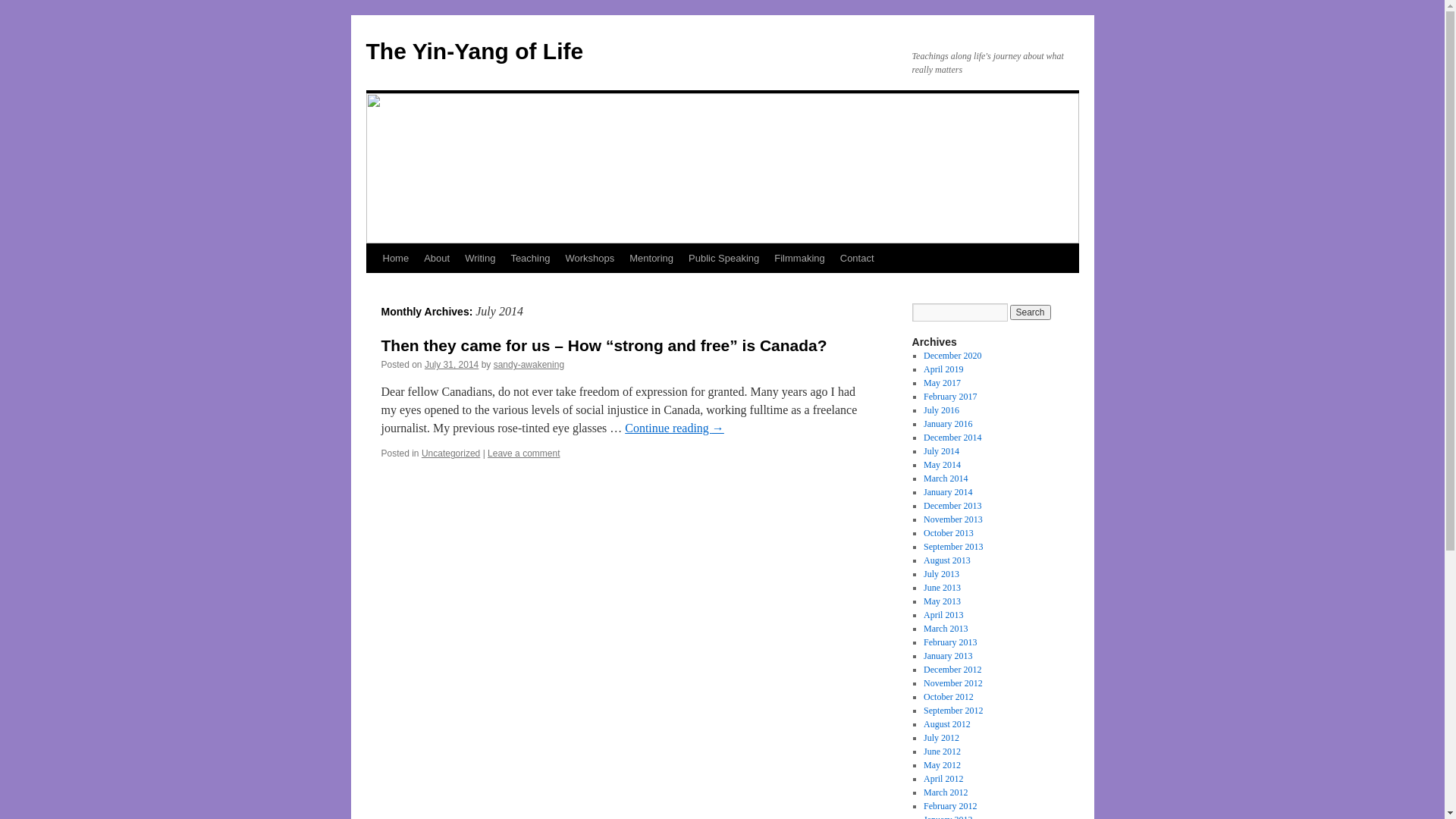  I want to click on 'July 31, 2014', so click(450, 365).